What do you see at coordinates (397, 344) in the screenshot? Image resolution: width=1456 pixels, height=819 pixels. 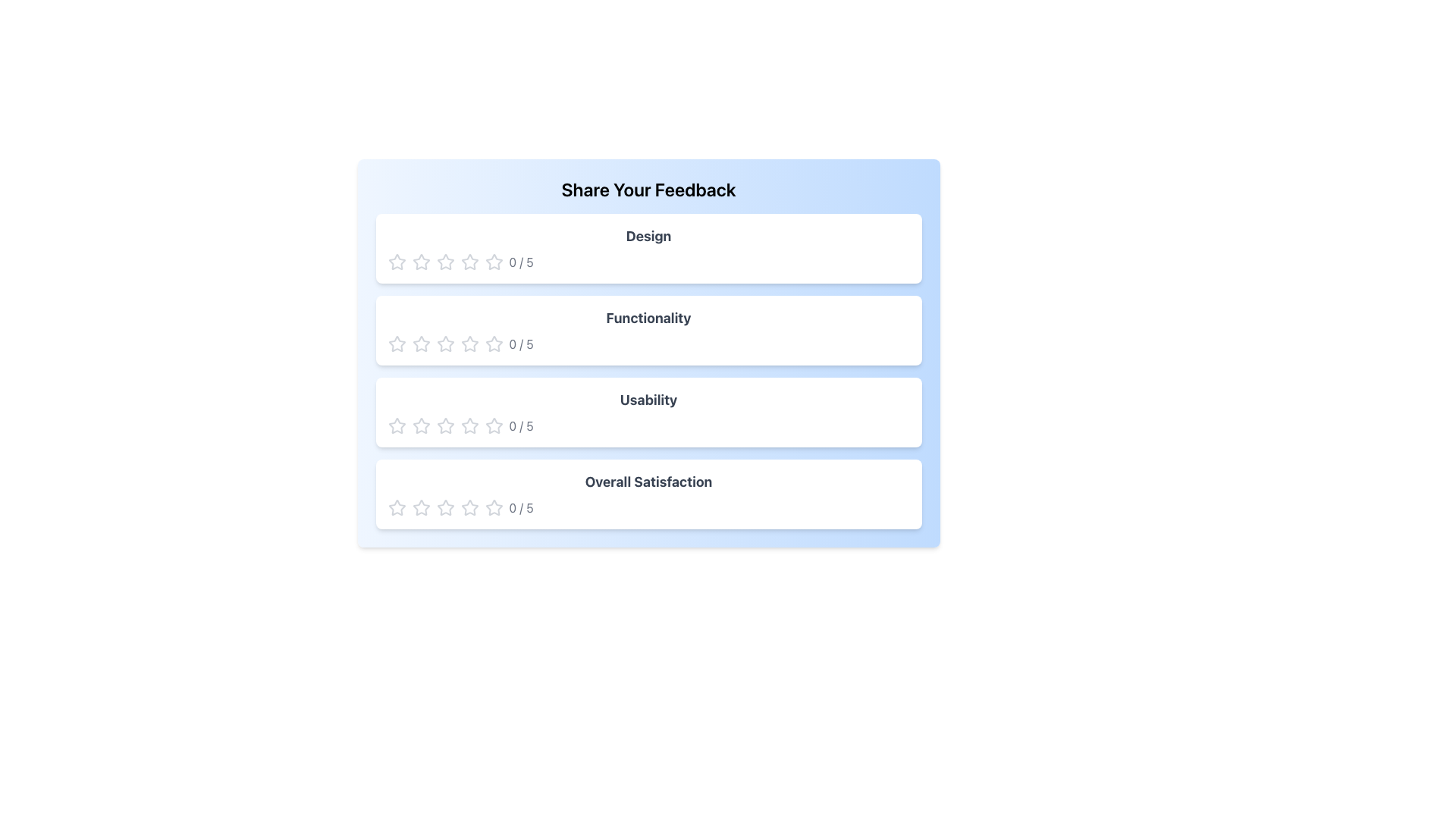 I see `the first star in the rating row for the 'Functionality' feedback category` at bounding box center [397, 344].